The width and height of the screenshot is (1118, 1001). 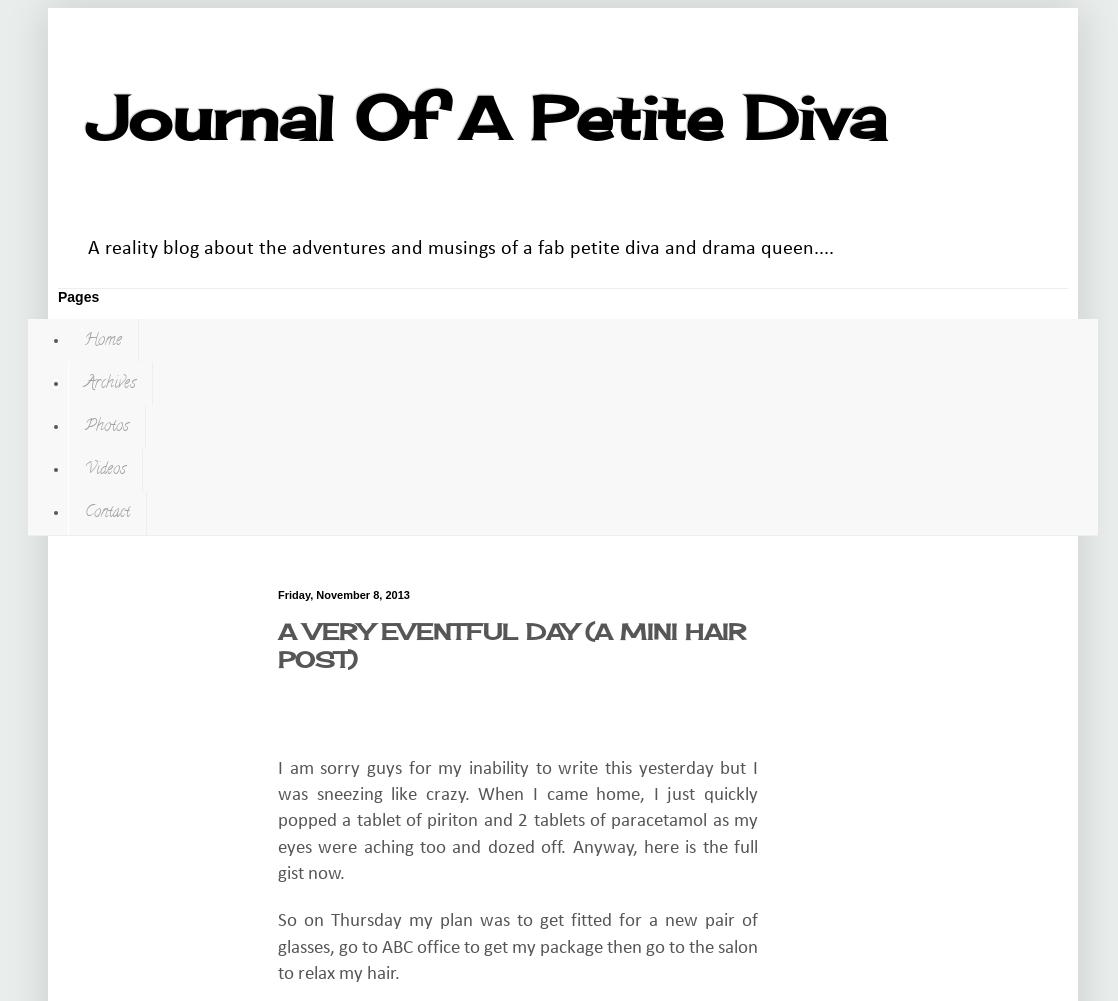 What do you see at coordinates (486, 116) in the screenshot?
I see `'Journal Of A Petite Diva'` at bounding box center [486, 116].